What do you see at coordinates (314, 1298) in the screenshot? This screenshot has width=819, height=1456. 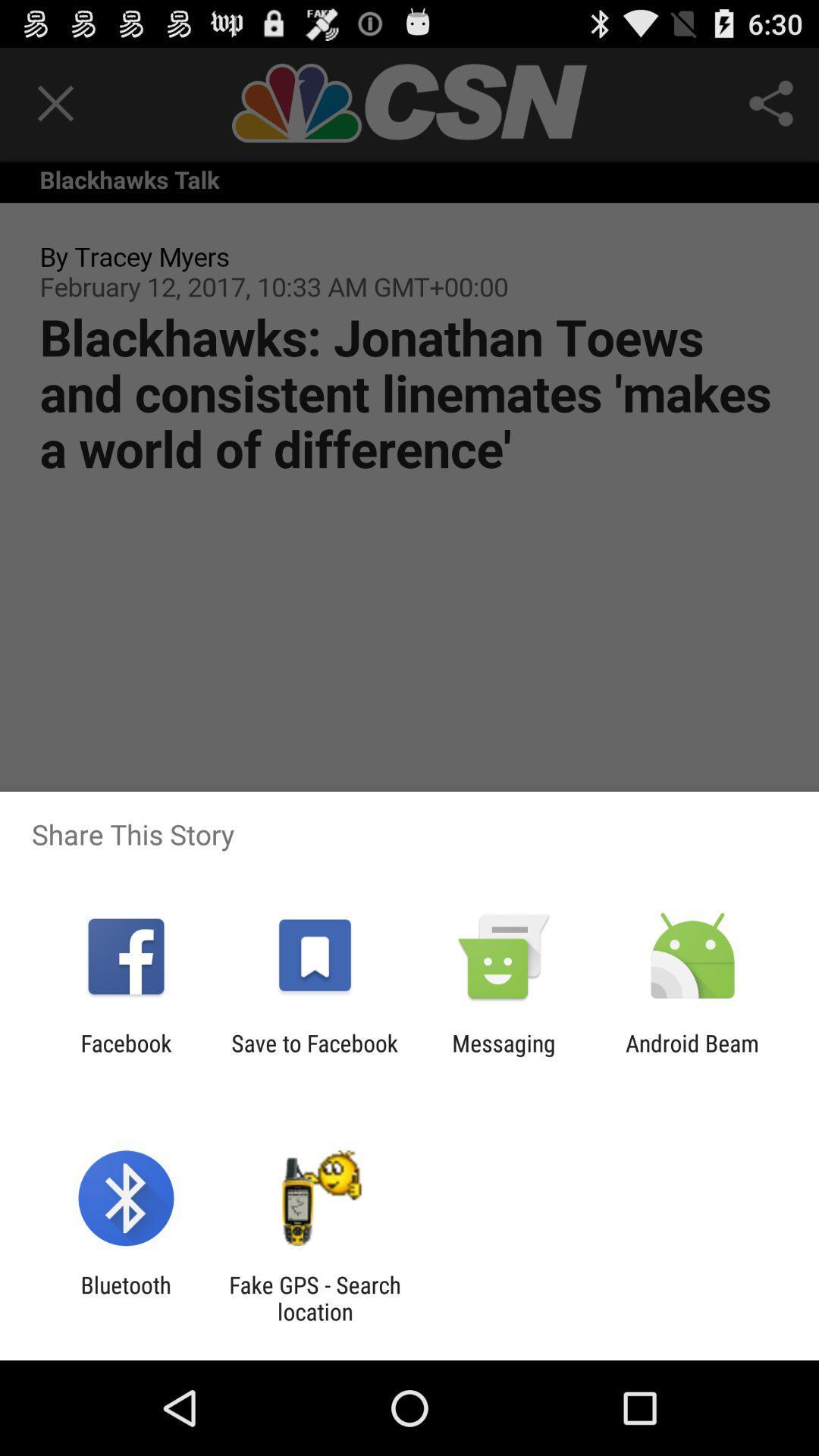 I see `item to the right of bluetooth app` at bounding box center [314, 1298].